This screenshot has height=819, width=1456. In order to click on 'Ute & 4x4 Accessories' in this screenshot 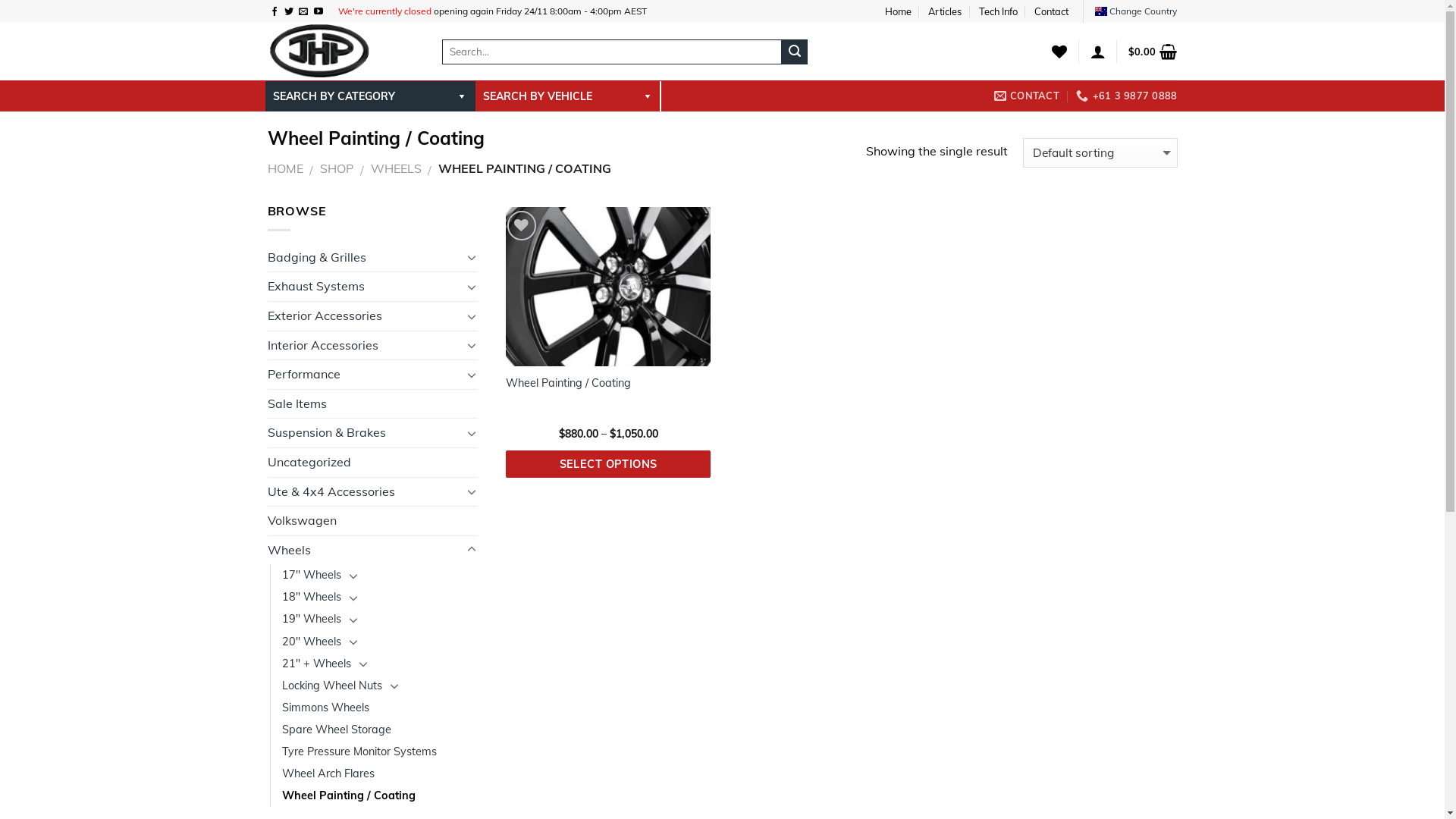, I will do `click(364, 491)`.